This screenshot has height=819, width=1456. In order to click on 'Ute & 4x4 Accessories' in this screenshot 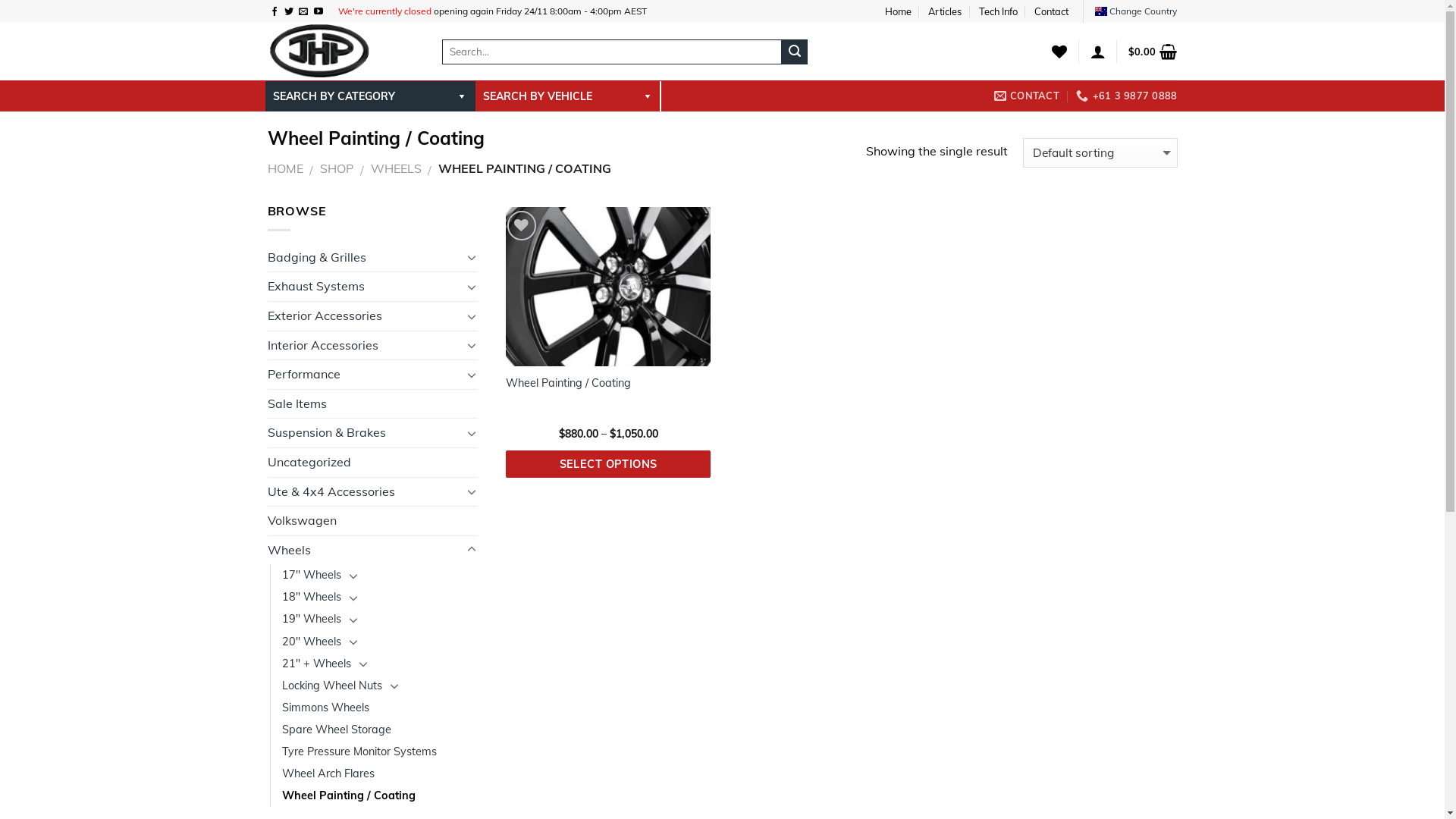, I will do `click(364, 491)`.